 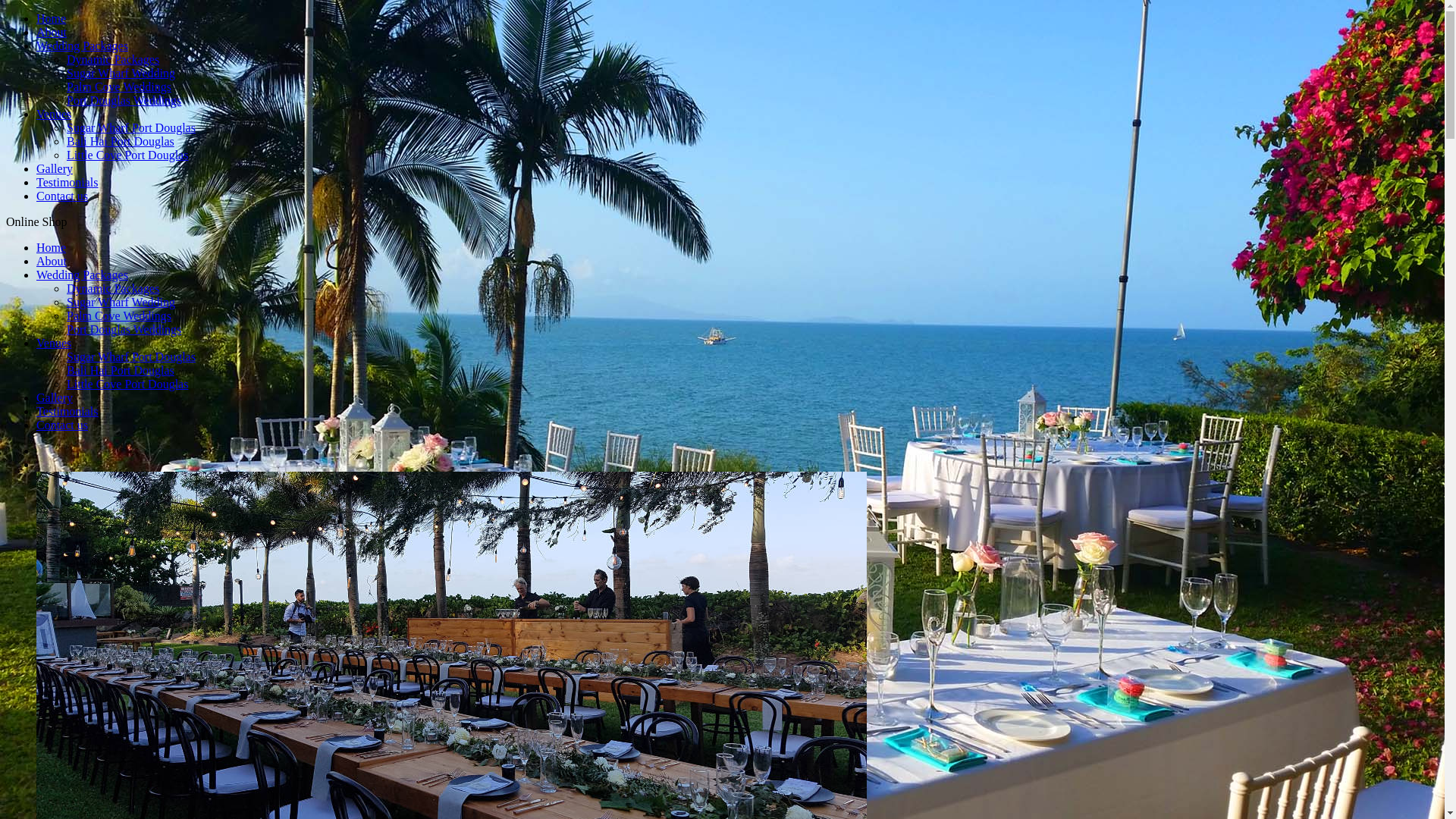 What do you see at coordinates (124, 100) in the screenshot?
I see `'Port Douglas Weddings'` at bounding box center [124, 100].